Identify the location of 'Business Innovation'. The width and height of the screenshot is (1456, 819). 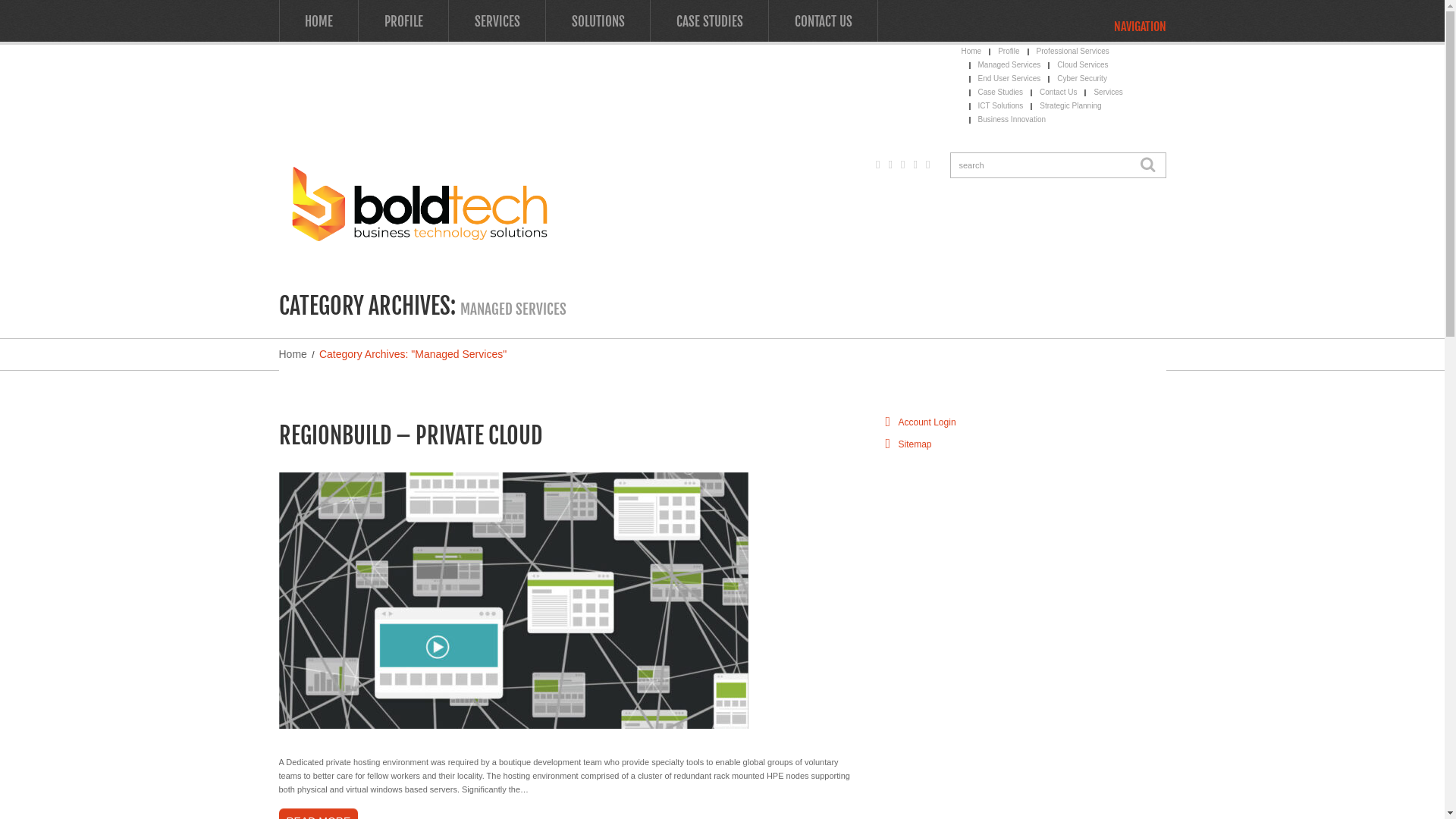
(1012, 118).